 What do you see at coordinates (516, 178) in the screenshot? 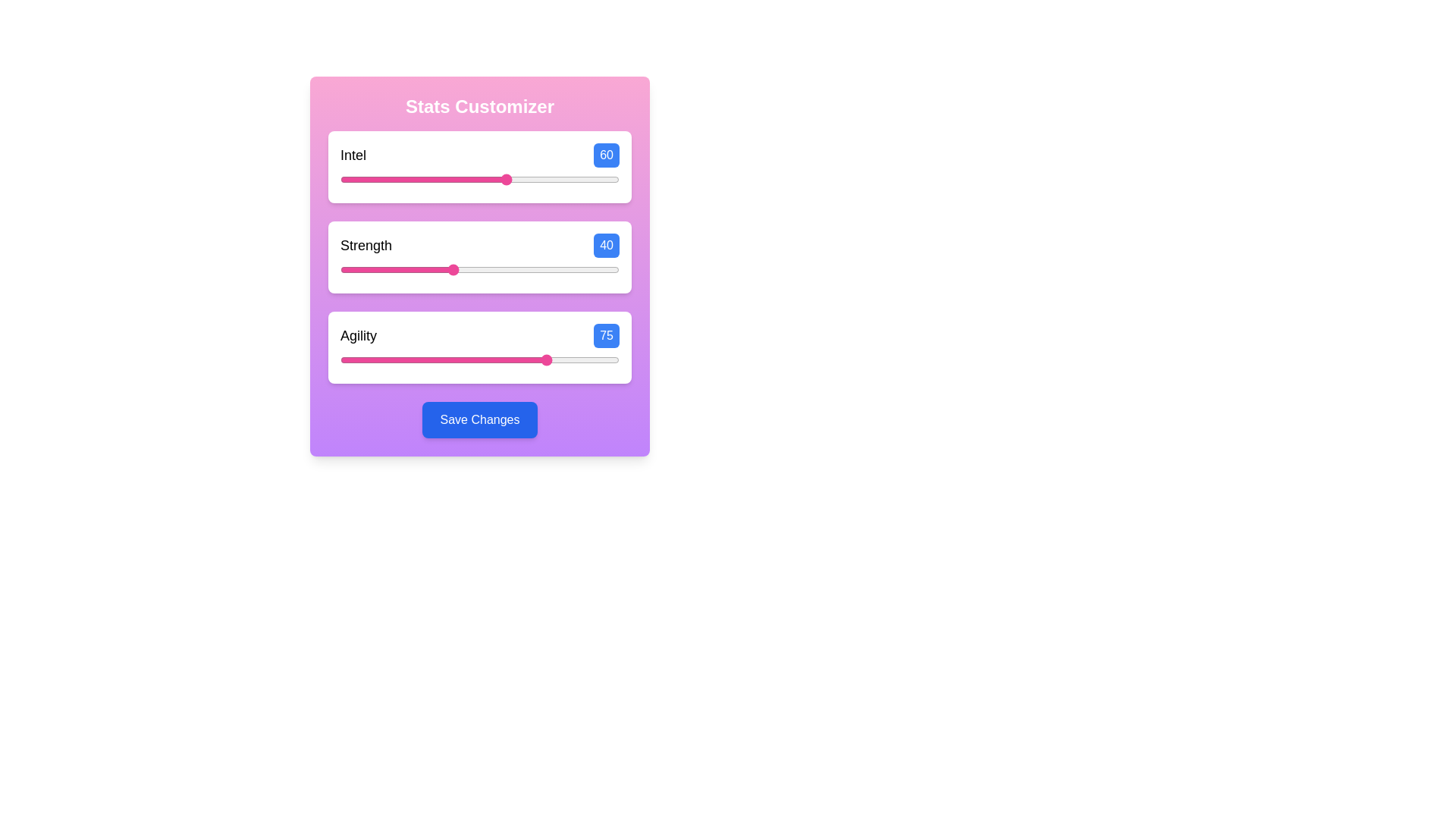
I see `the slider` at bounding box center [516, 178].